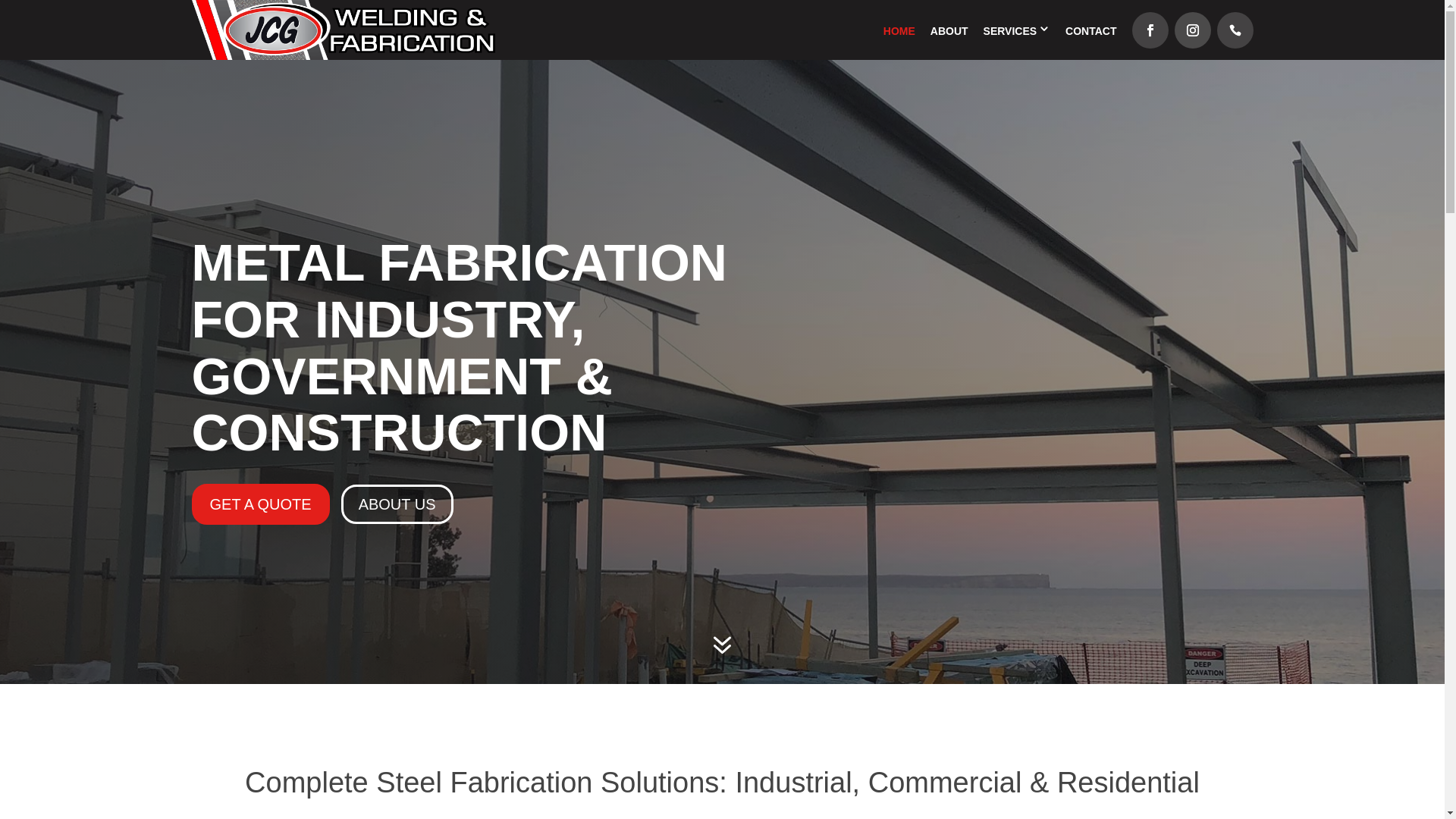  What do you see at coordinates (949, 31) in the screenshot?
I see `'ABOUT'` at bounding box center [949, 31].